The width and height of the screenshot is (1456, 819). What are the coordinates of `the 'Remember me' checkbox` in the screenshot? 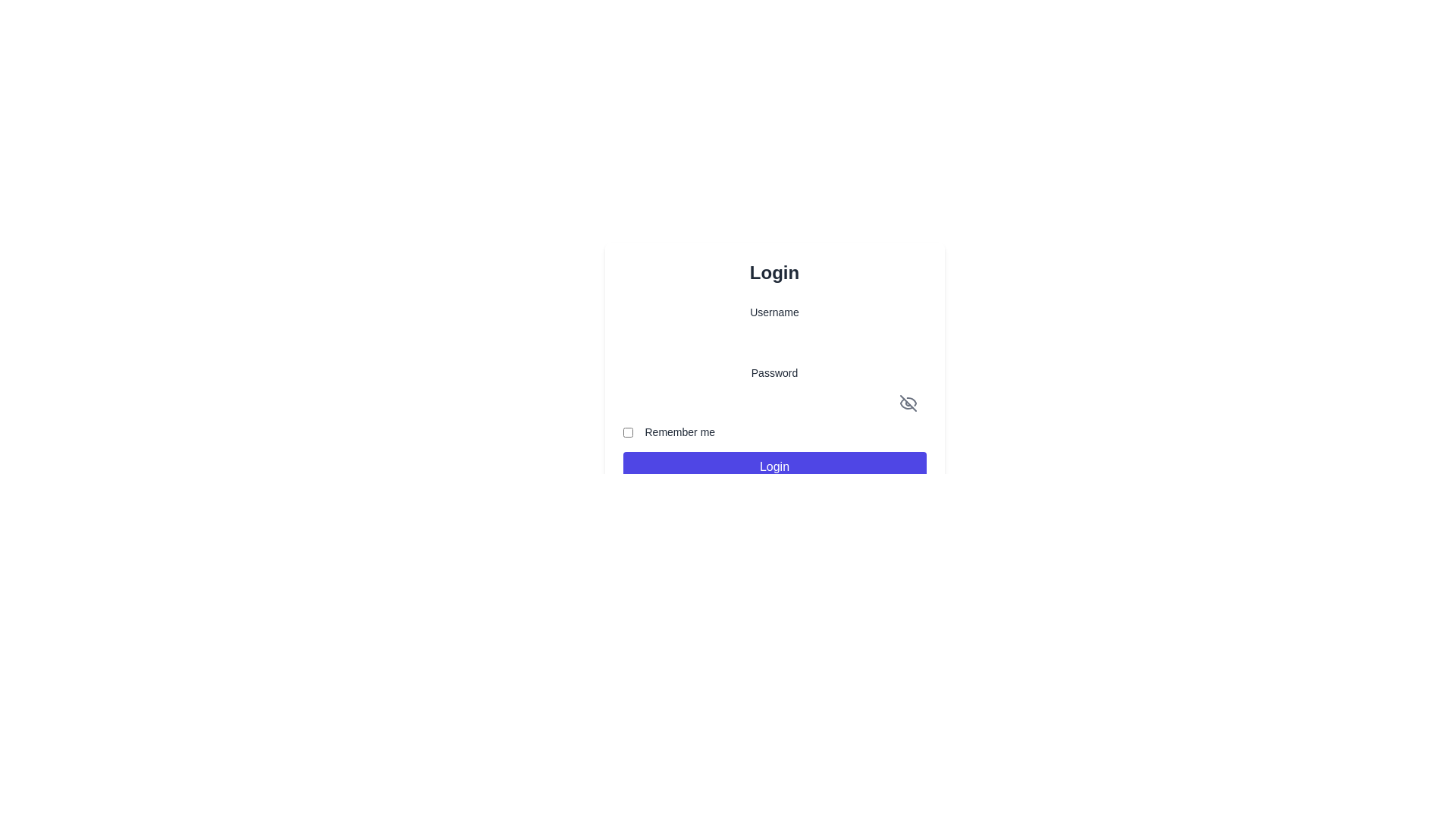 It's located at (628, 432).